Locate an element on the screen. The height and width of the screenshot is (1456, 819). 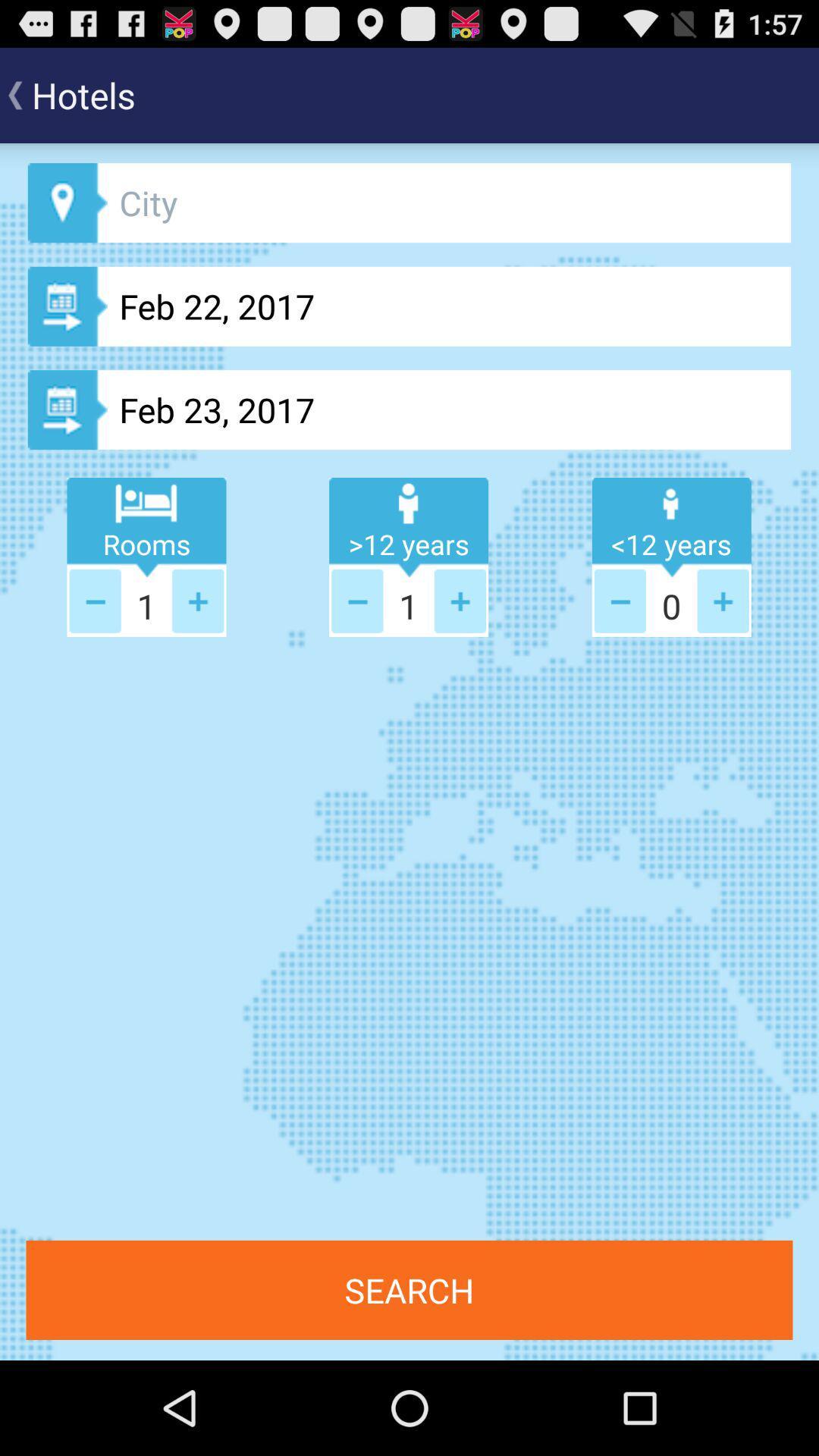
less age is located at coordinates (357, 600).